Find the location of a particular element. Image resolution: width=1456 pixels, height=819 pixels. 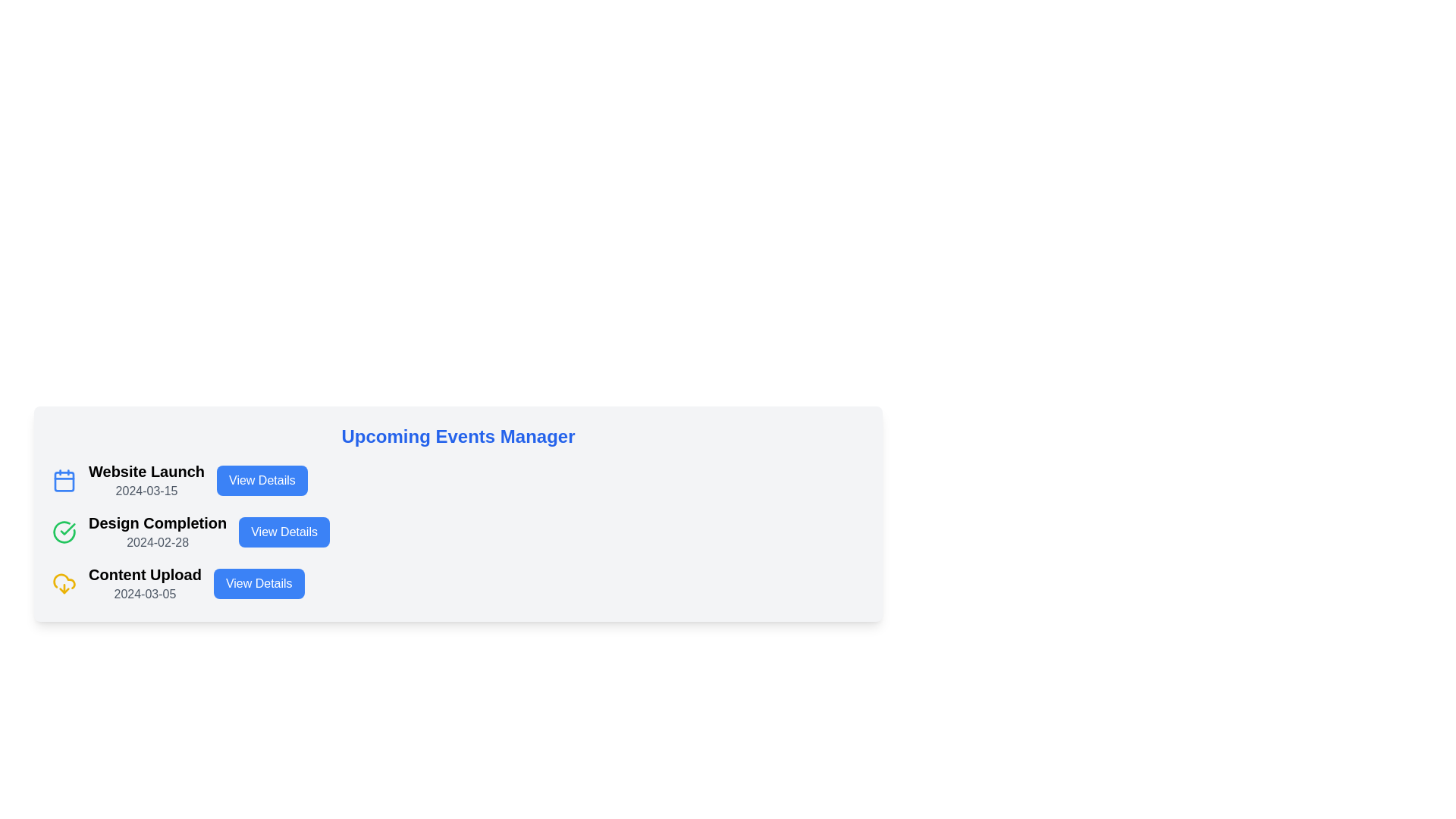

the text label displaying 'Website Launch' which is the primary content of the first item in the list of upcoming events is located at coordinates (146, 470).